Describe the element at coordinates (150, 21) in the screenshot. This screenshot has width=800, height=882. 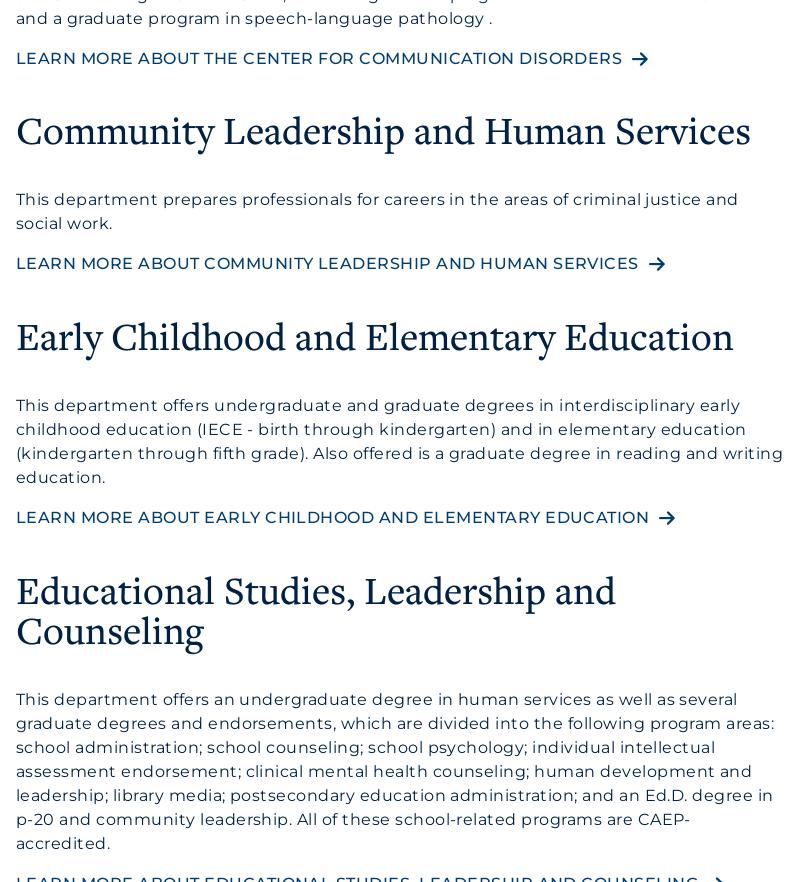
I see `'Canvas Login'` at that location.